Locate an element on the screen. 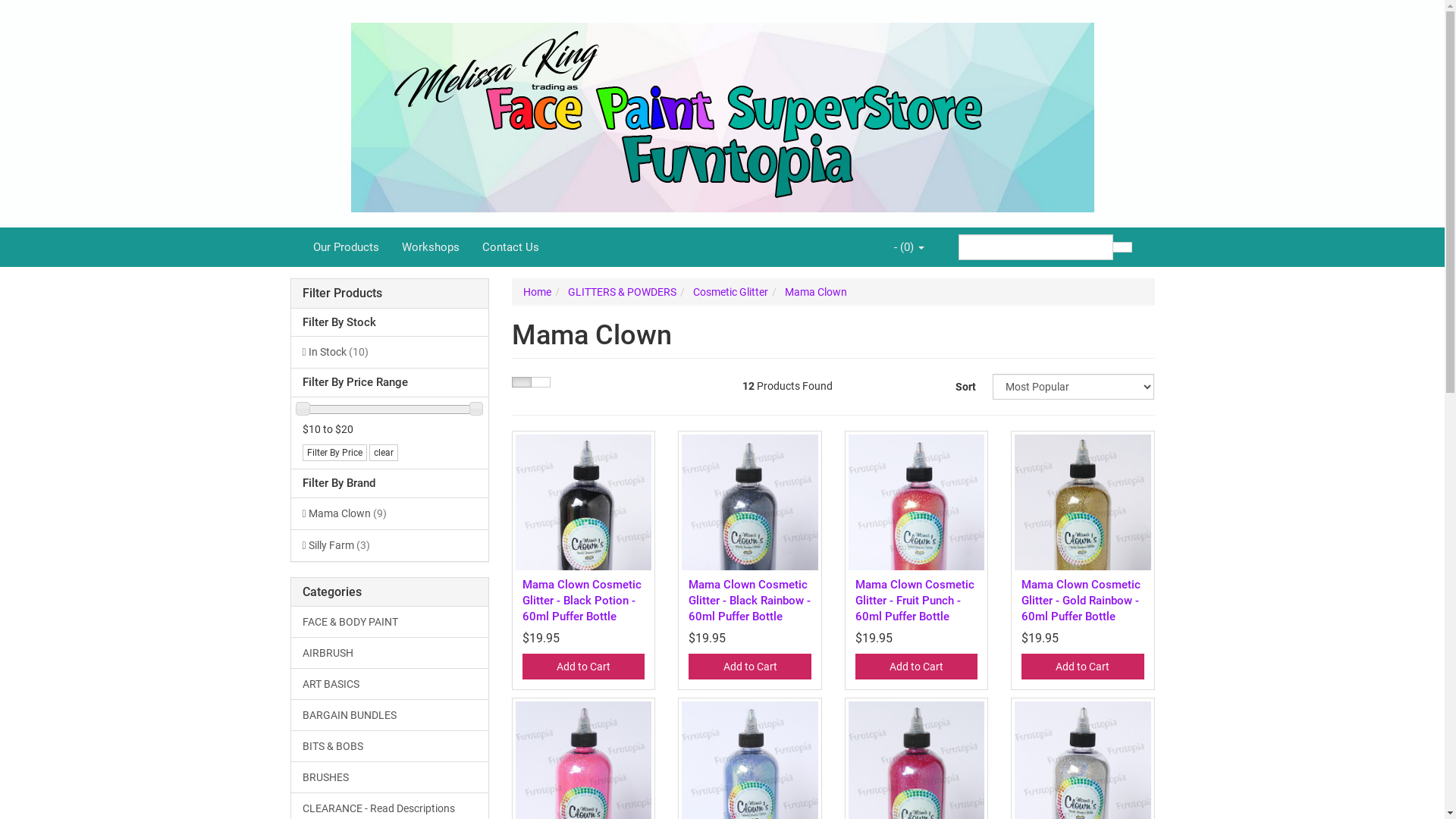 Image resolution: width=1456 pixels, height=819 pixels. '- (0)' is located at coordinates (909, 246).